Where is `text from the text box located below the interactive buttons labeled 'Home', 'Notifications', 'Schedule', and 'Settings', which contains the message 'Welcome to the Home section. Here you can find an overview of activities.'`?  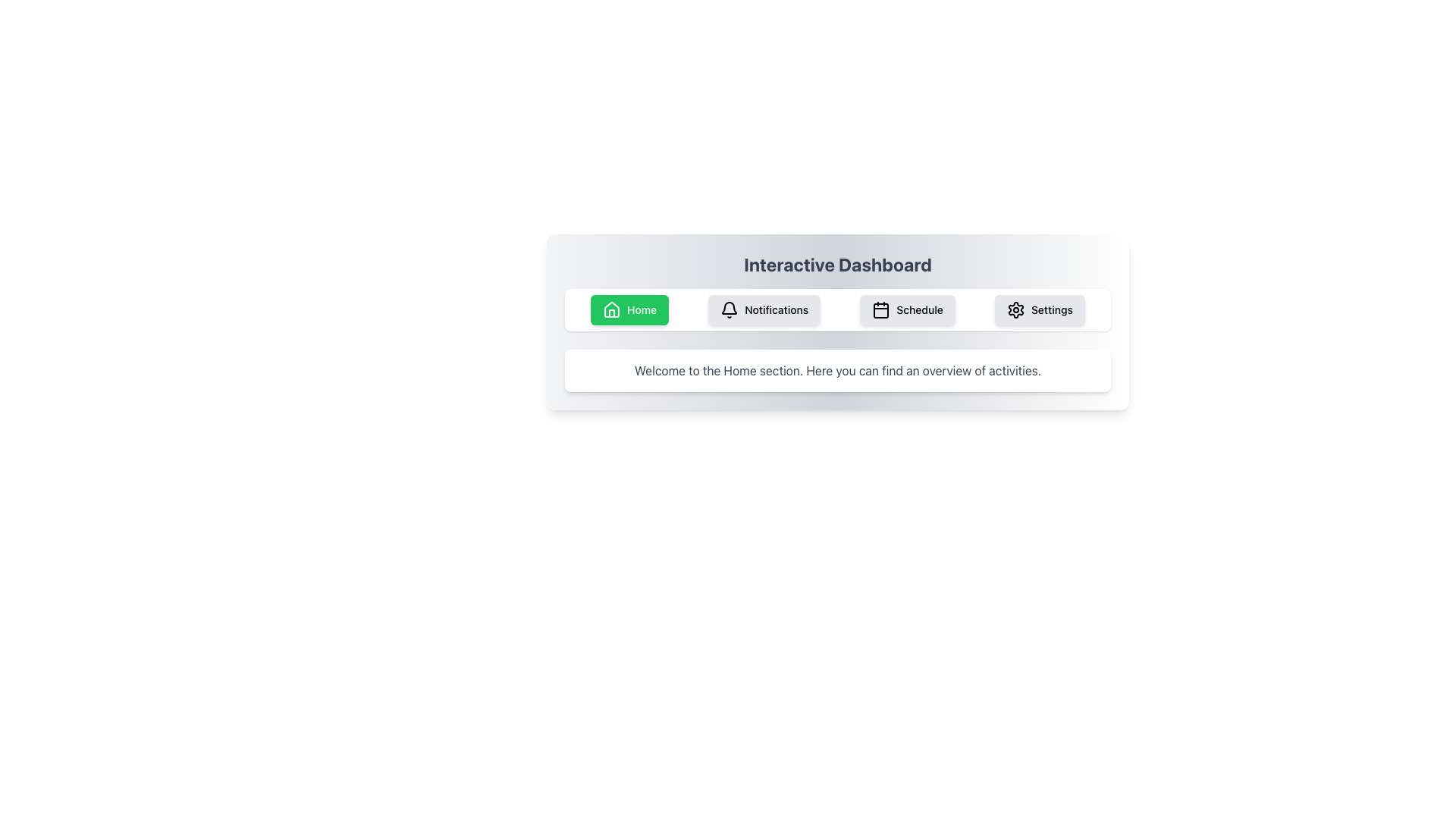 text from the text box located below the interactive buttons labeled 'Home', 'Notifications', 'Schedule', and 'Settings', which contains the message 'Welcome to the Home section. Here you can find an overview of activities.' is located at coordinates (836, 371).